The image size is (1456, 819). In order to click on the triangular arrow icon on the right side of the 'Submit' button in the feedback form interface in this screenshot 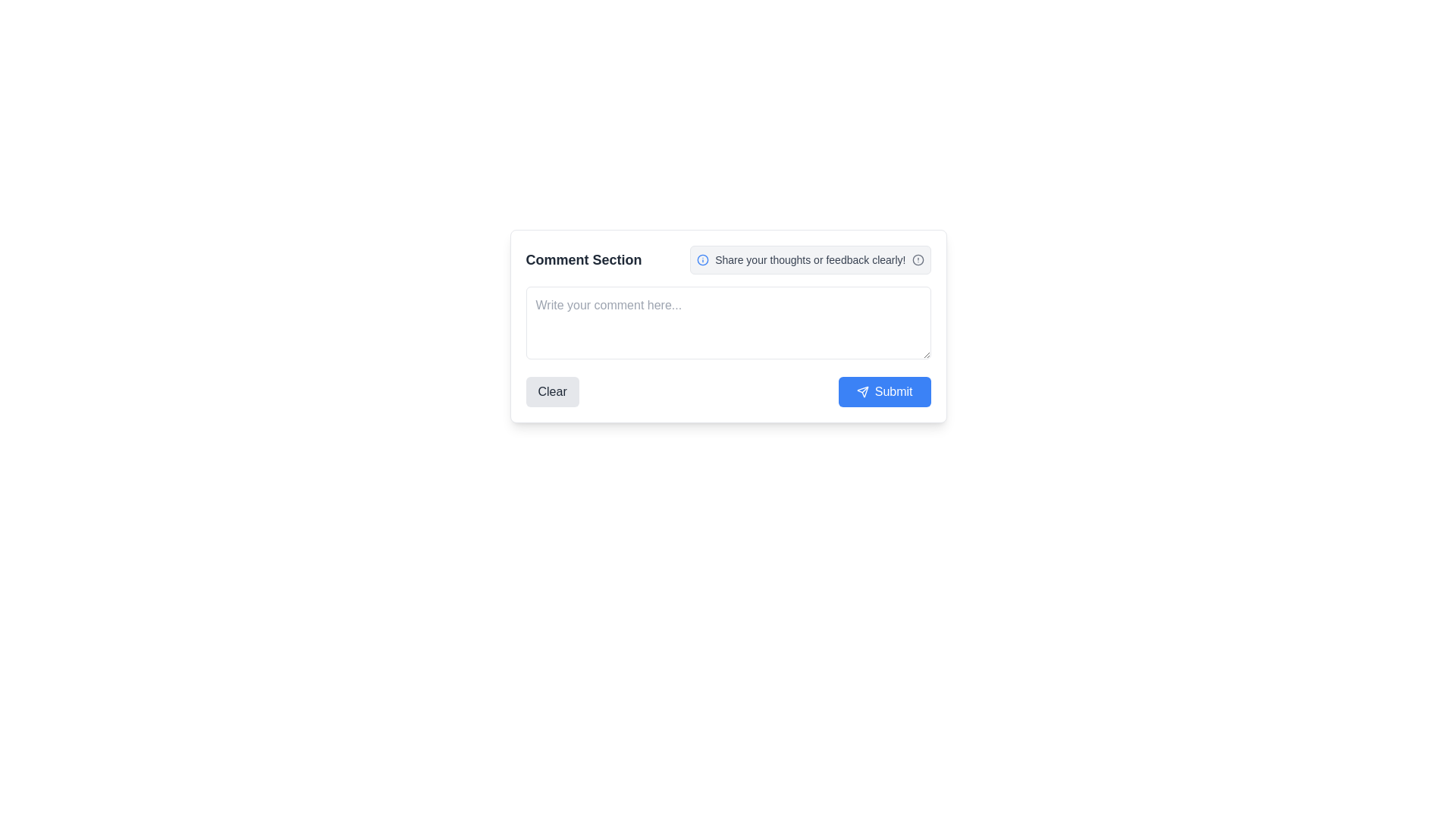, I will do `click(862, 391)`.